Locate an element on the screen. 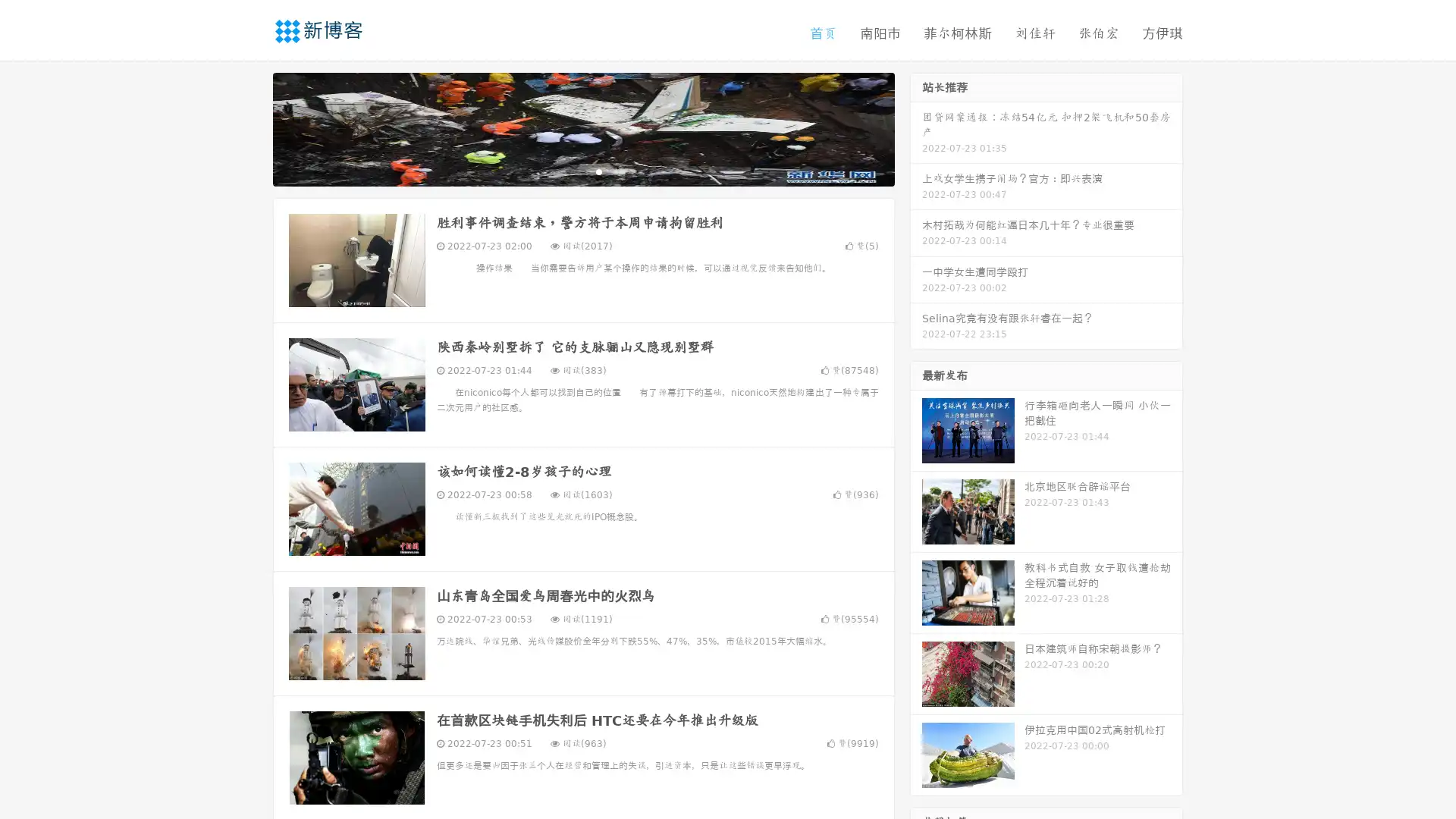  Go to slide 2 is located at coordinates (582, 171).